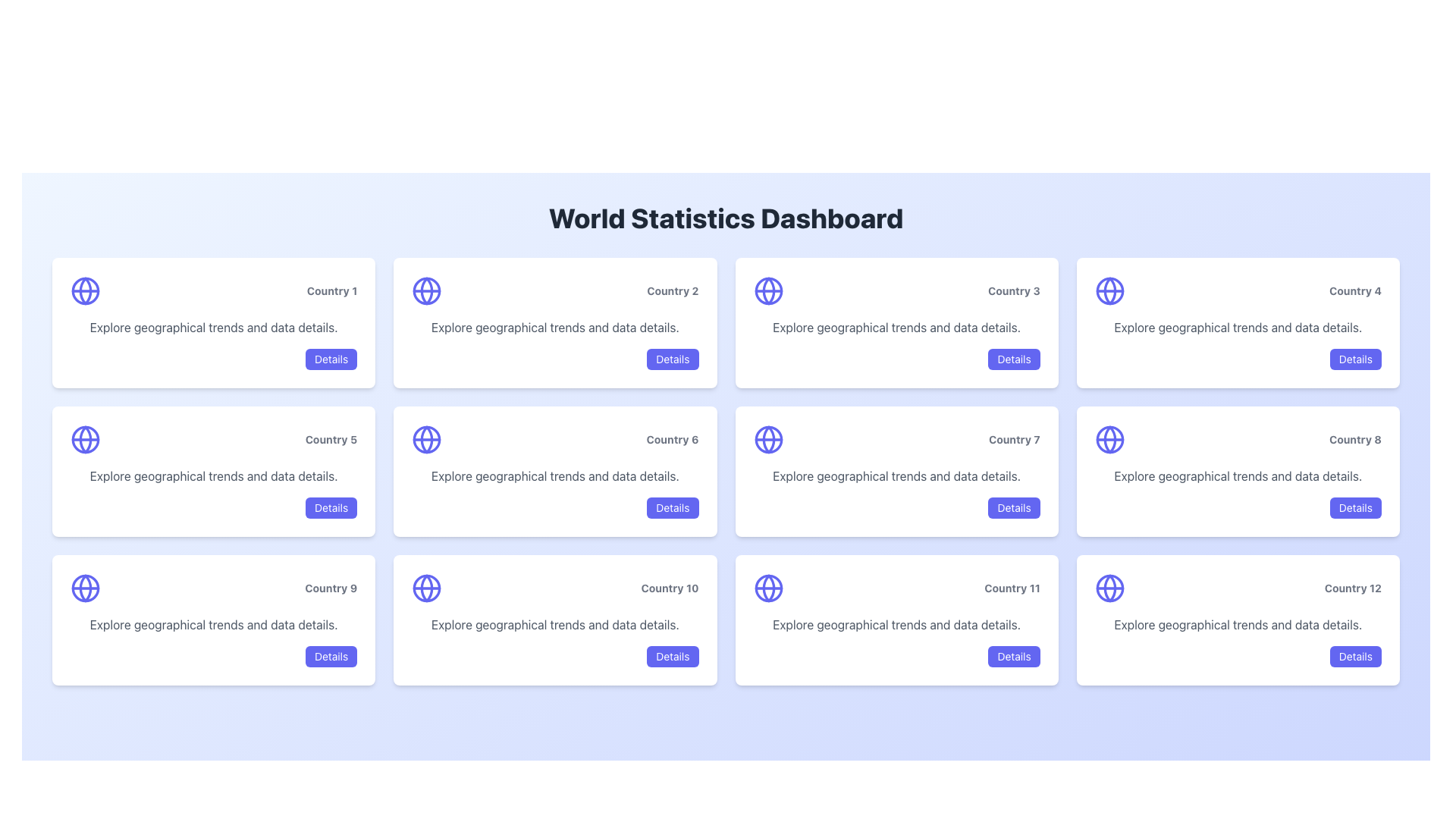 The image size is (1456, 819). What do you see at coordinates (554, 475) in the screenshot?
I see `the static text element located in the second row, second column of the grid layout, which provides information related to the card below the header text 'Country 6' and above the 'Details' button` at bounding box center [554, 475].